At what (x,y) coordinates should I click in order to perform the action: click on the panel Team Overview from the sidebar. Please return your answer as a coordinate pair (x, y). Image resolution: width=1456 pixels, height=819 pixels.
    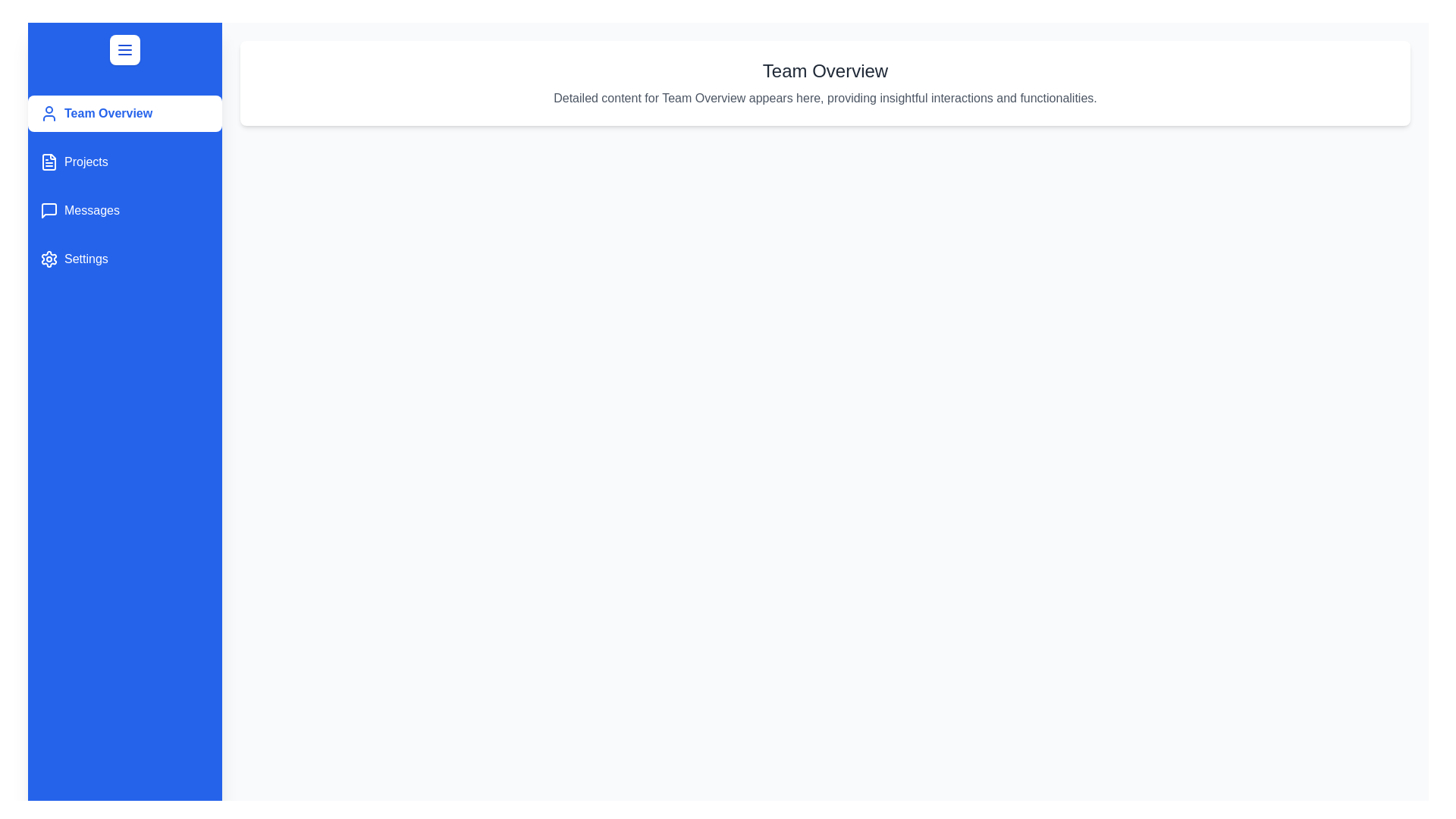
    Looking at the image, I should click on (124, 113).